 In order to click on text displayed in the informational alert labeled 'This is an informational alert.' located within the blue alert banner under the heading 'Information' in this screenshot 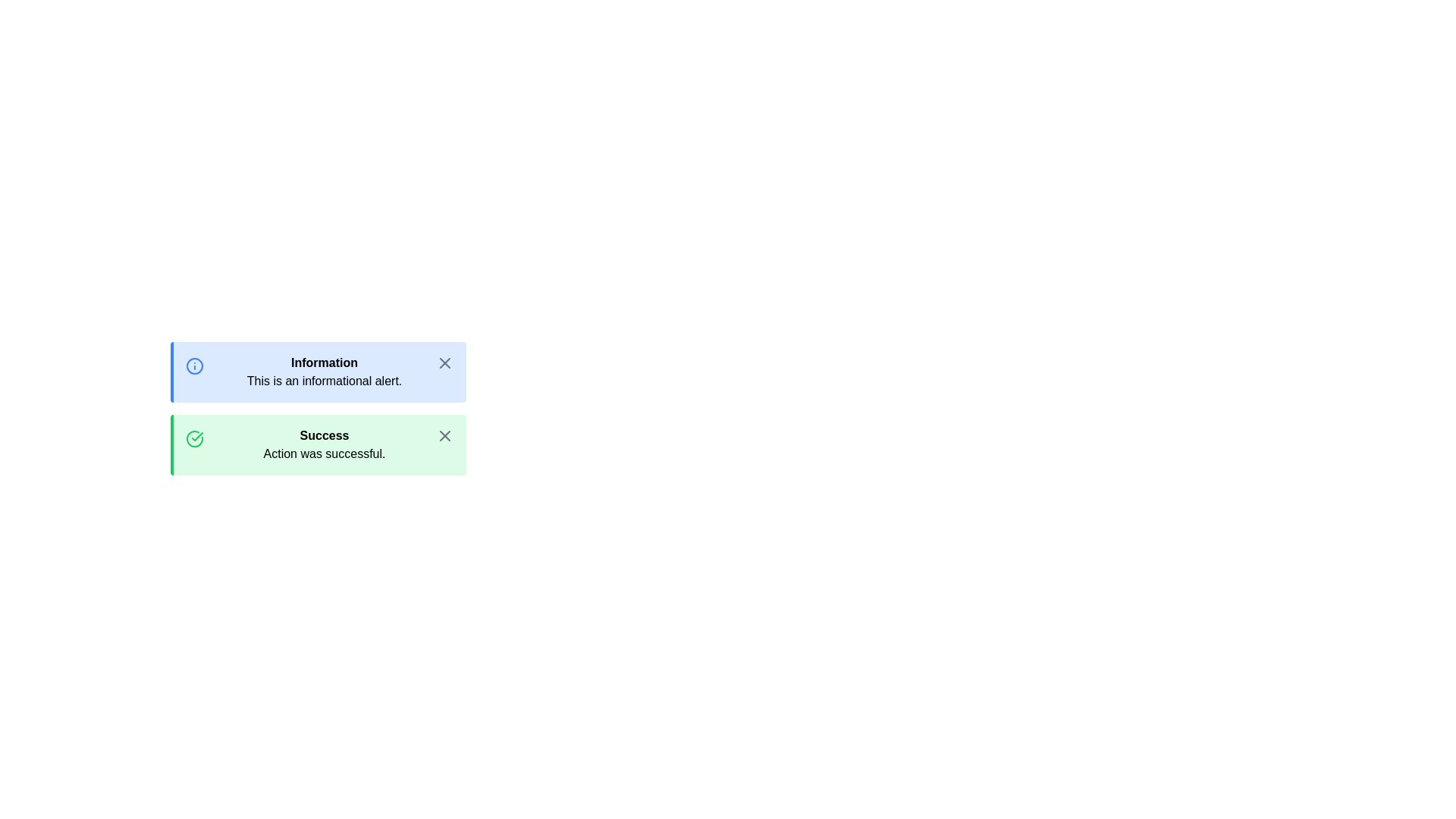, I will do `click(323, 380)`.